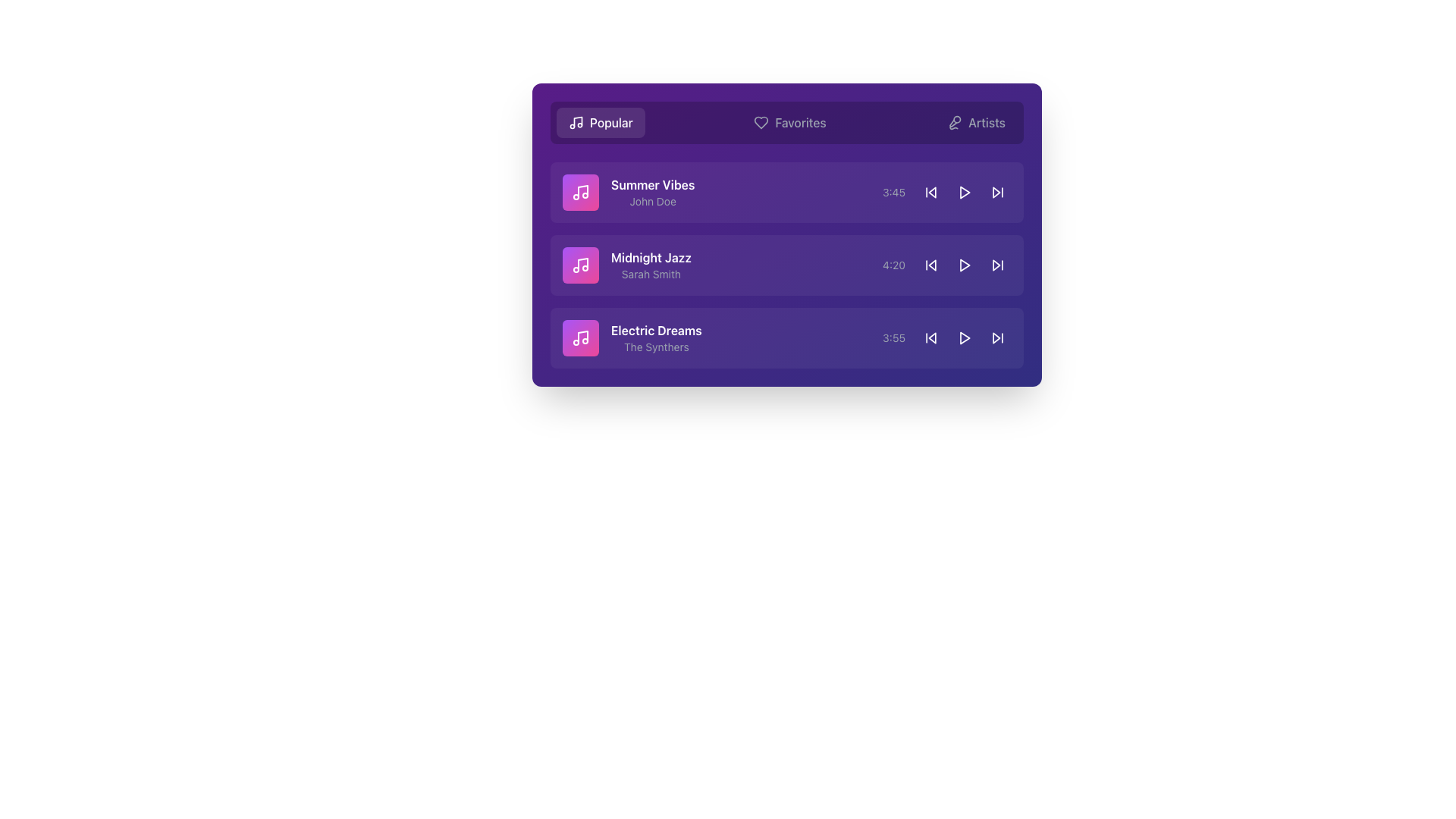 This screenshot has width=1456, height=819. What do you see at coordinates (580, 192) in the screenshot?
I see `the vivid gradient square icon featuring a white musical note at its center to initiate an action` at bounding box center [580, 192].